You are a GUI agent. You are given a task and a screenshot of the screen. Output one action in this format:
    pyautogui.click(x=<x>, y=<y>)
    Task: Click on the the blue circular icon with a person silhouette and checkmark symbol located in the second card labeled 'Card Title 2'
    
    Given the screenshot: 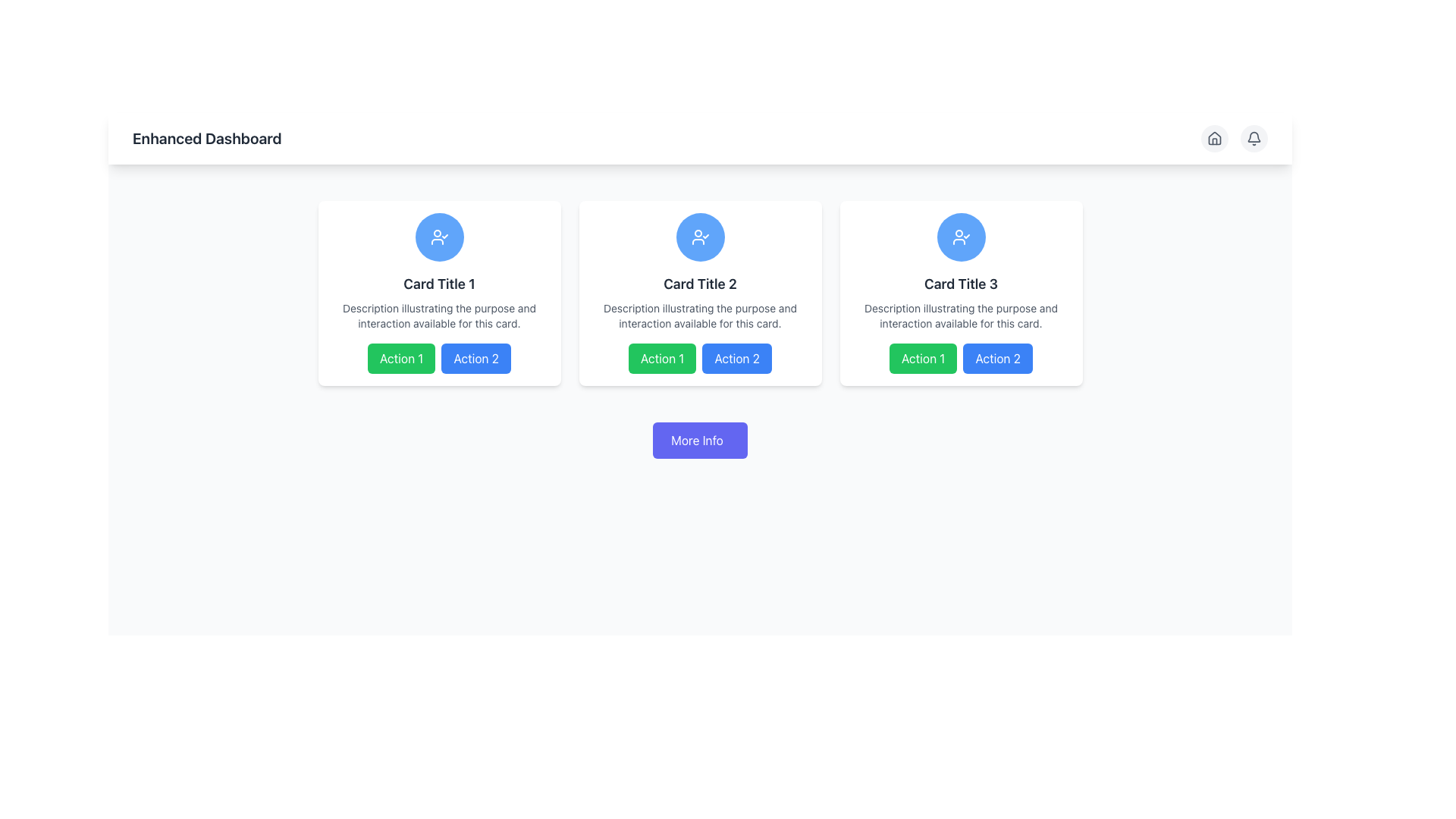 What is the action you would take?
    pyautogui.click(x=438, y=237)
    